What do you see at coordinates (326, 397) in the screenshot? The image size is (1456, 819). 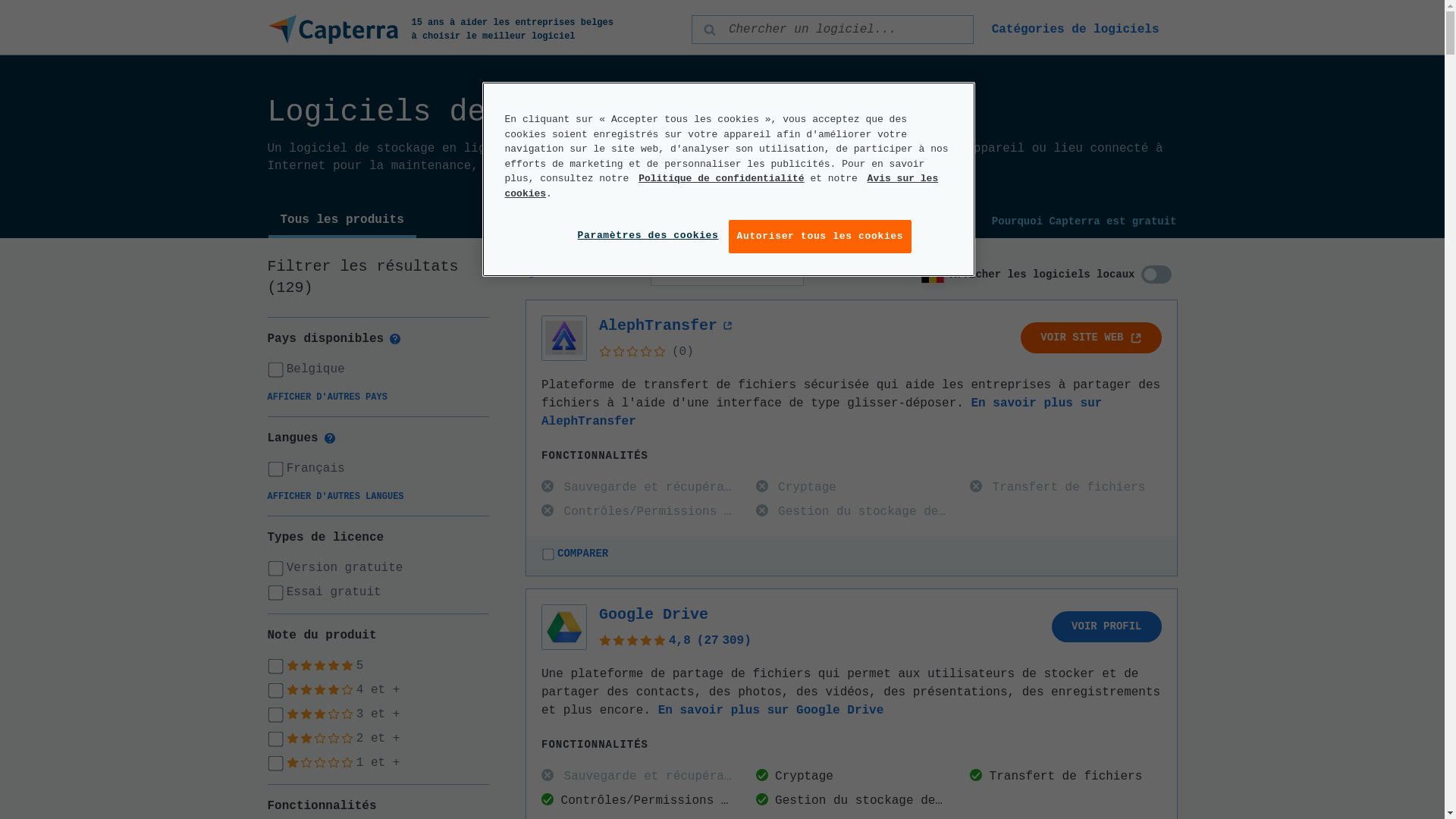 I see `'AFFICHER D'AUTRES PAYS'` at bounding box center [326, 397].